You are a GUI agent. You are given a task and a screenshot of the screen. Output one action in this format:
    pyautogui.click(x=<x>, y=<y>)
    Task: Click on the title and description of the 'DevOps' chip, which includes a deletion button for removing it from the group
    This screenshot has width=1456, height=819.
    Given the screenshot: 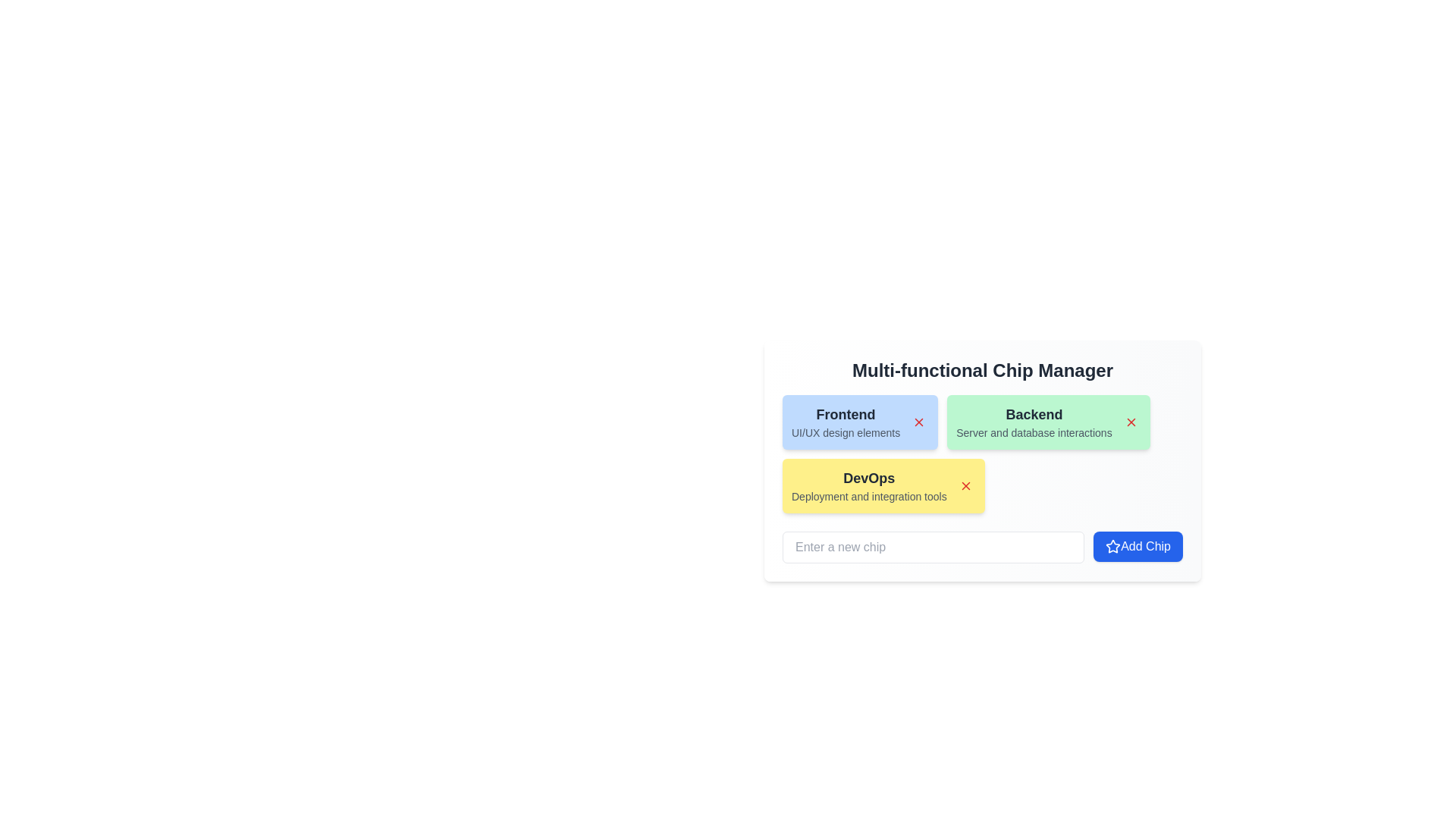 What is the action you would take?
    pyautogui.click(x=883, y=485)
    